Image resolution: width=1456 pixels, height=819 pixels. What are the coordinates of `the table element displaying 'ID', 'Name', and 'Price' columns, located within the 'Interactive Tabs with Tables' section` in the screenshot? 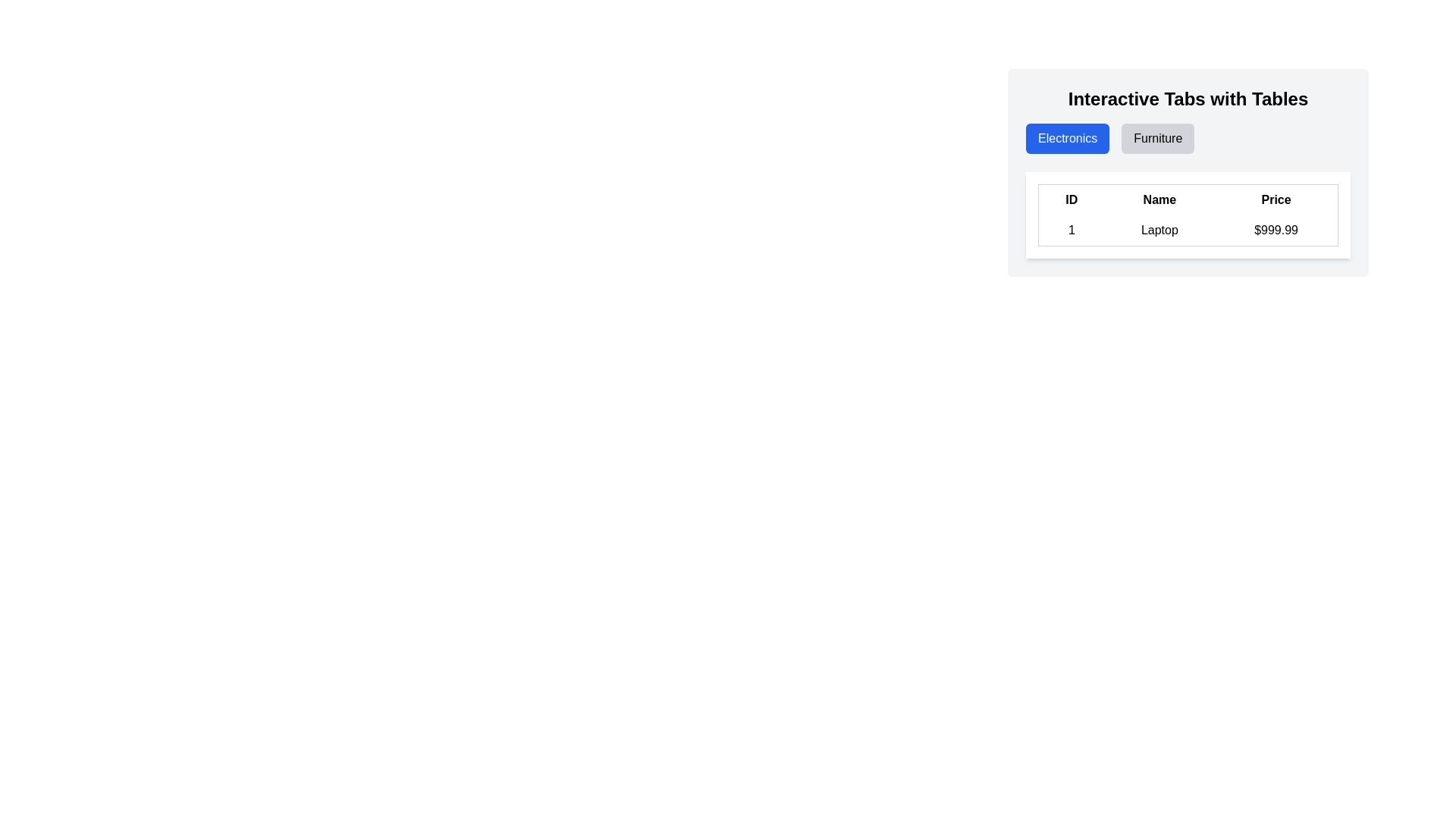 It's located at (1187, 215).